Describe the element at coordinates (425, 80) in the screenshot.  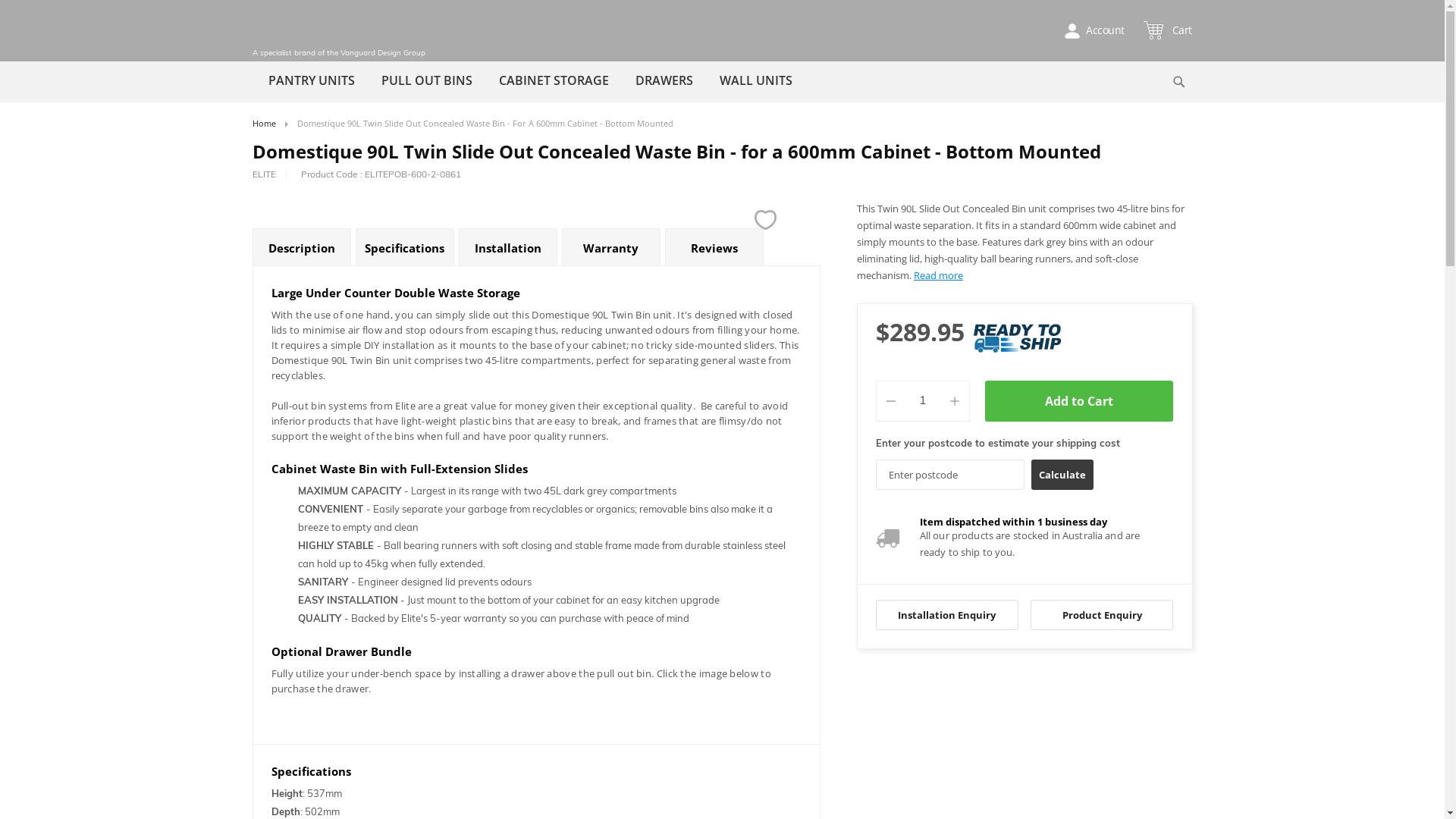
I see `'PULL OUT BINS'` at that location.